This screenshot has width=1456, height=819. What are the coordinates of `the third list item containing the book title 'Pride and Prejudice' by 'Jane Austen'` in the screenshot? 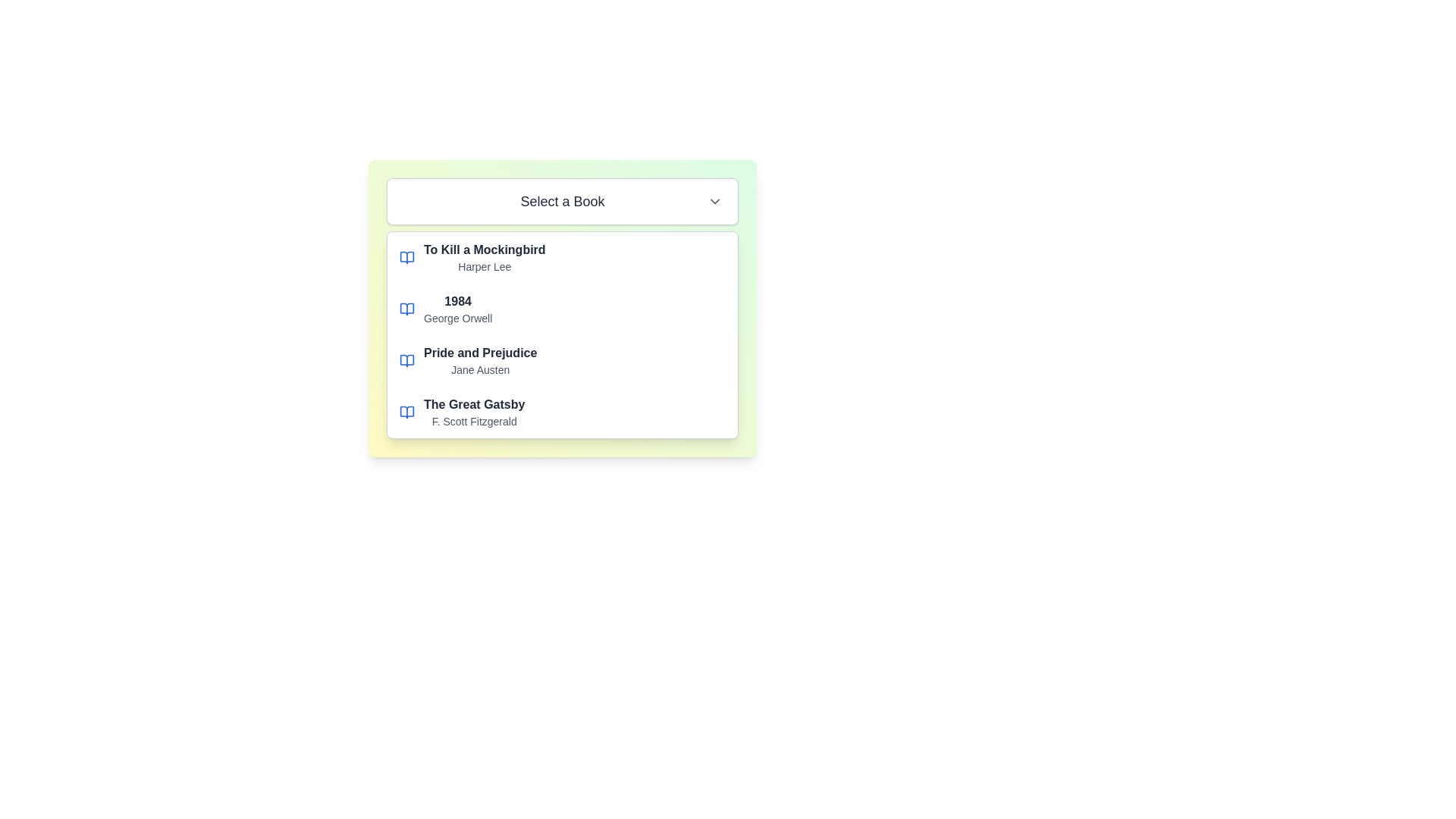 It's located at (562, 360).